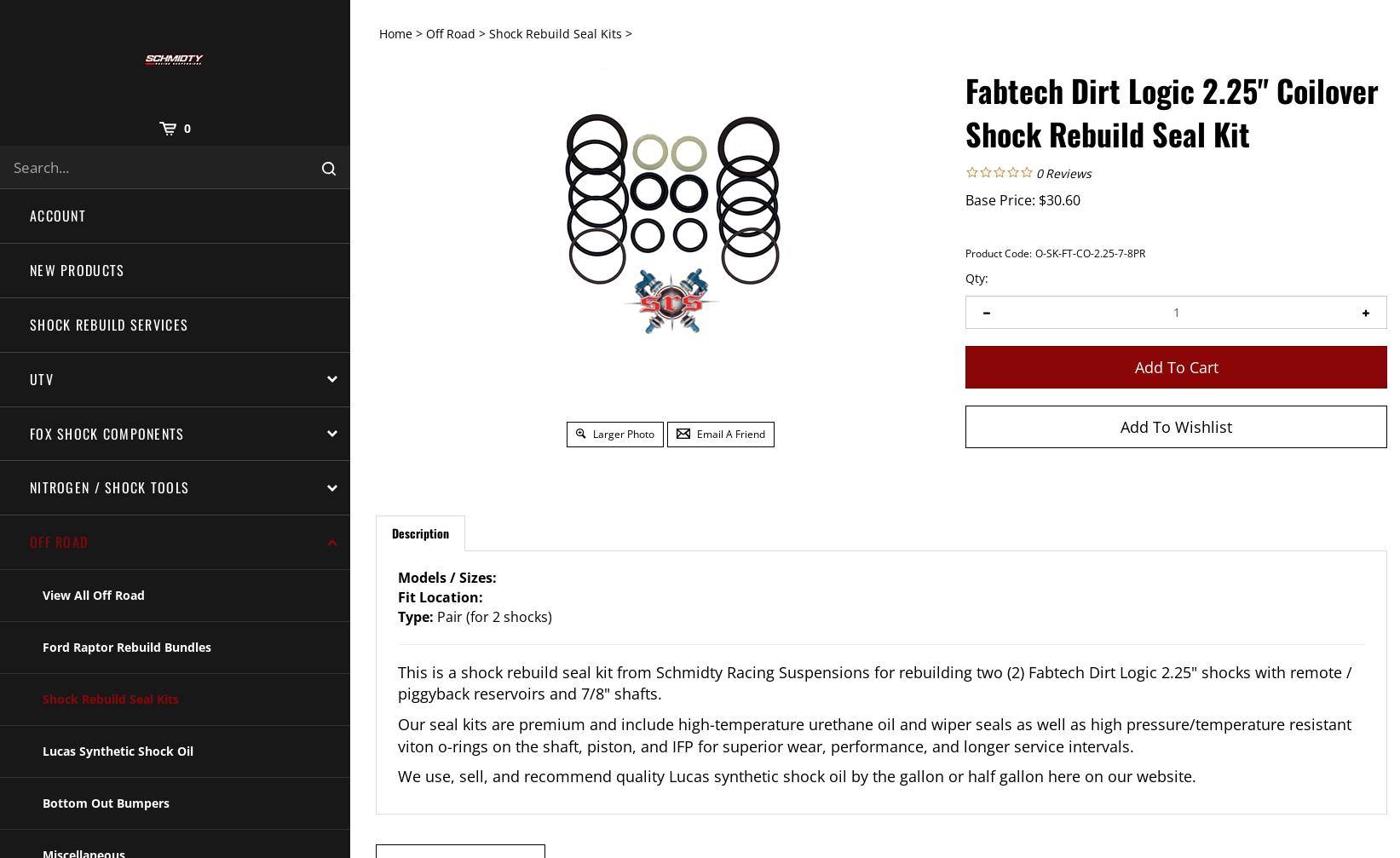  I want to click on 'Product Code:', so click(998, 252).